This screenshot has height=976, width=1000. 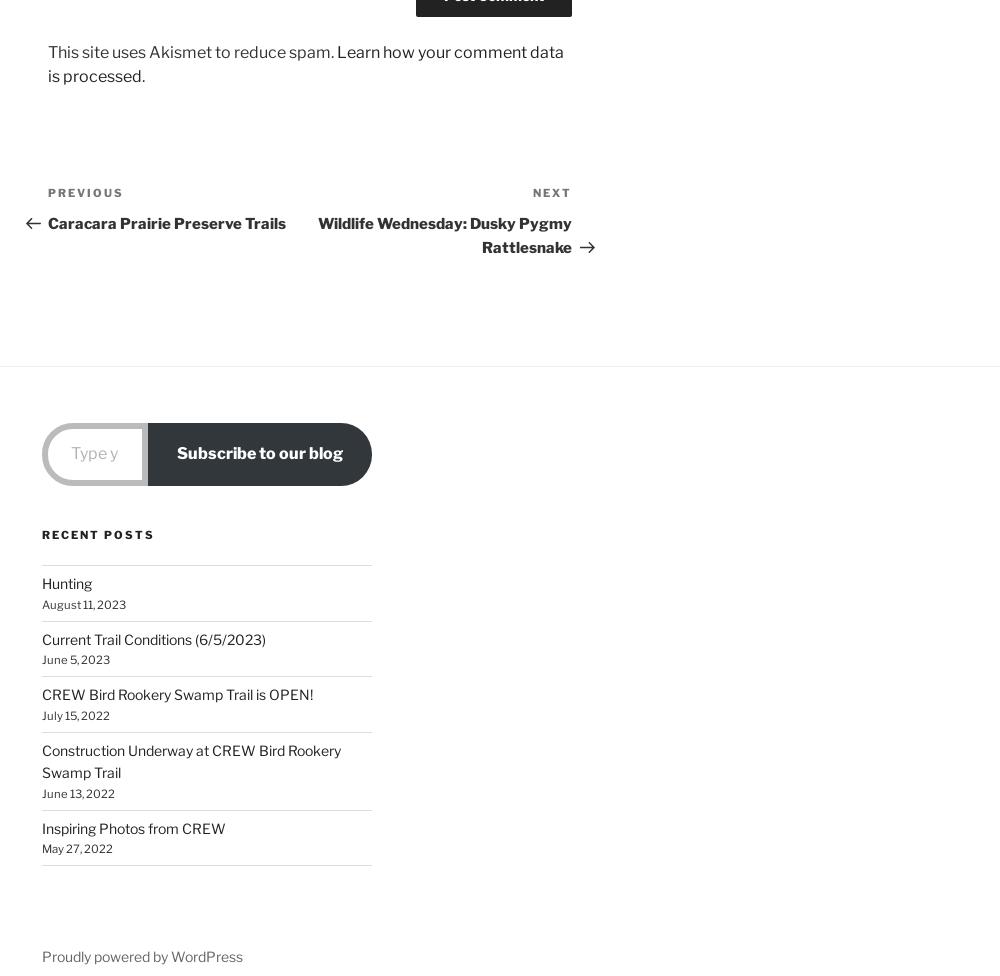 I want to click on 'June 13, 2022', so click(x=42, y=793).